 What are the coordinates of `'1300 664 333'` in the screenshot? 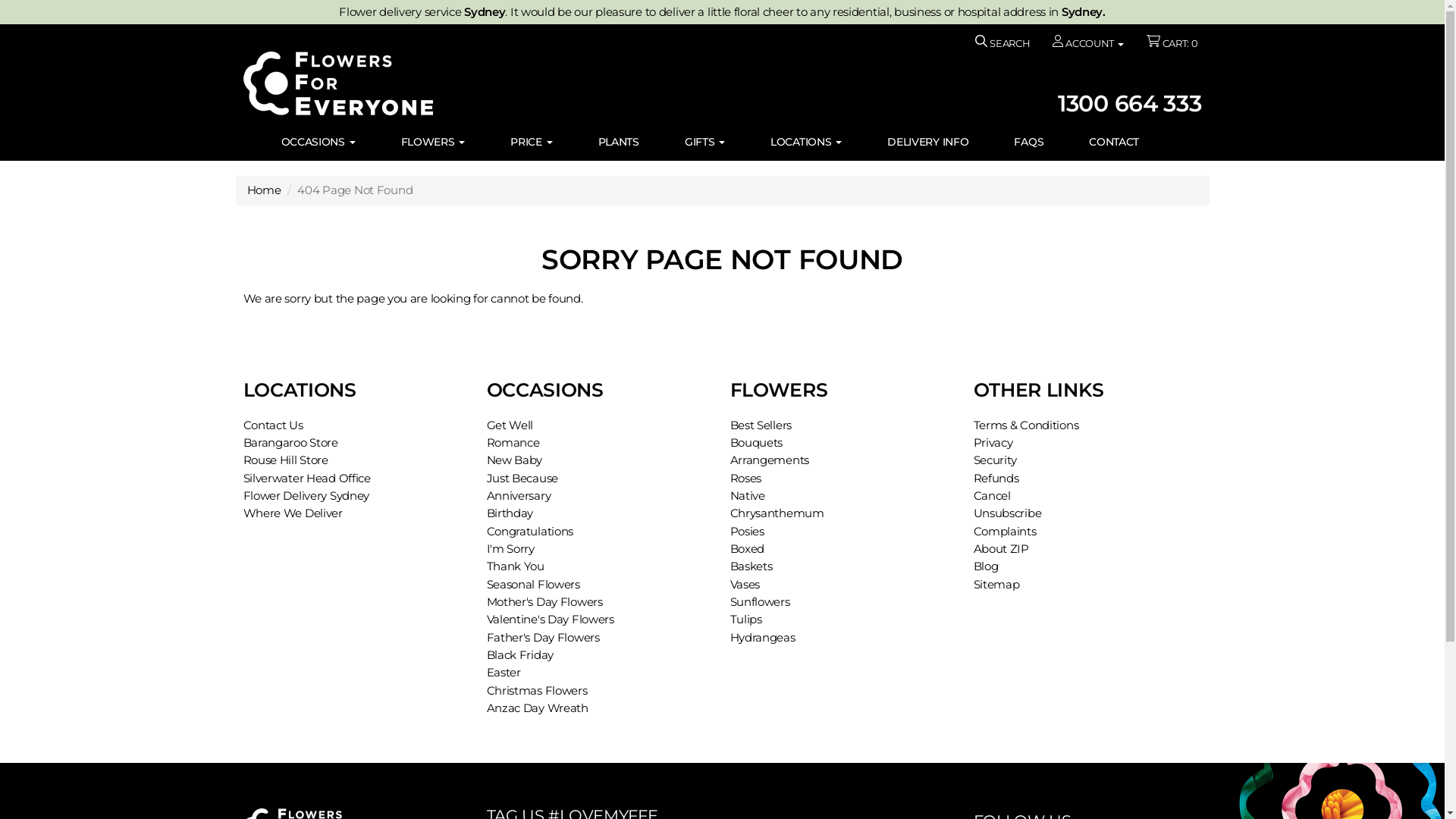 It's located at (1129, 102).